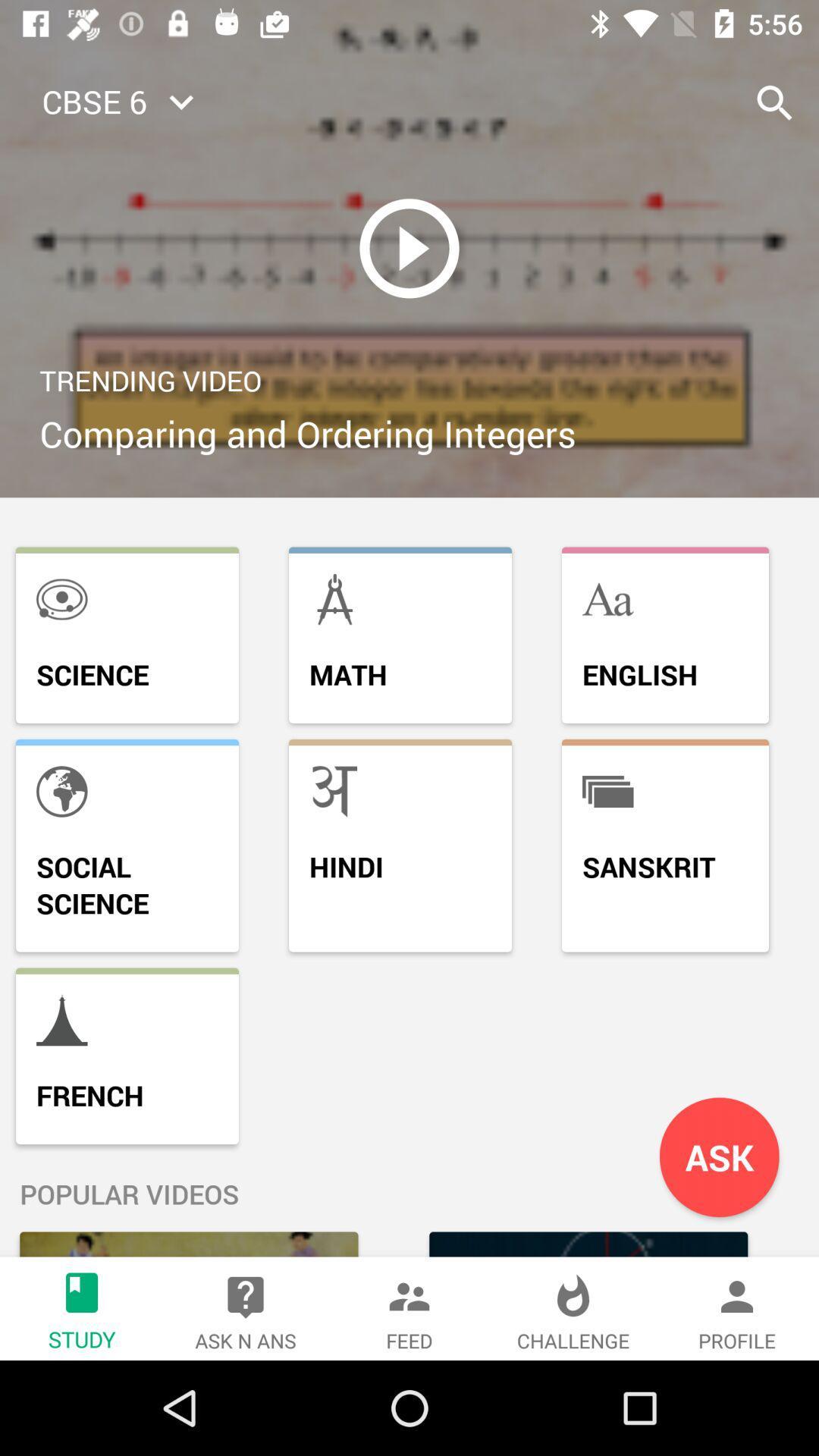 Image resolution: width=819 pixels, height=1456 pixels. I want to click on the play icon, so click(409, 248).